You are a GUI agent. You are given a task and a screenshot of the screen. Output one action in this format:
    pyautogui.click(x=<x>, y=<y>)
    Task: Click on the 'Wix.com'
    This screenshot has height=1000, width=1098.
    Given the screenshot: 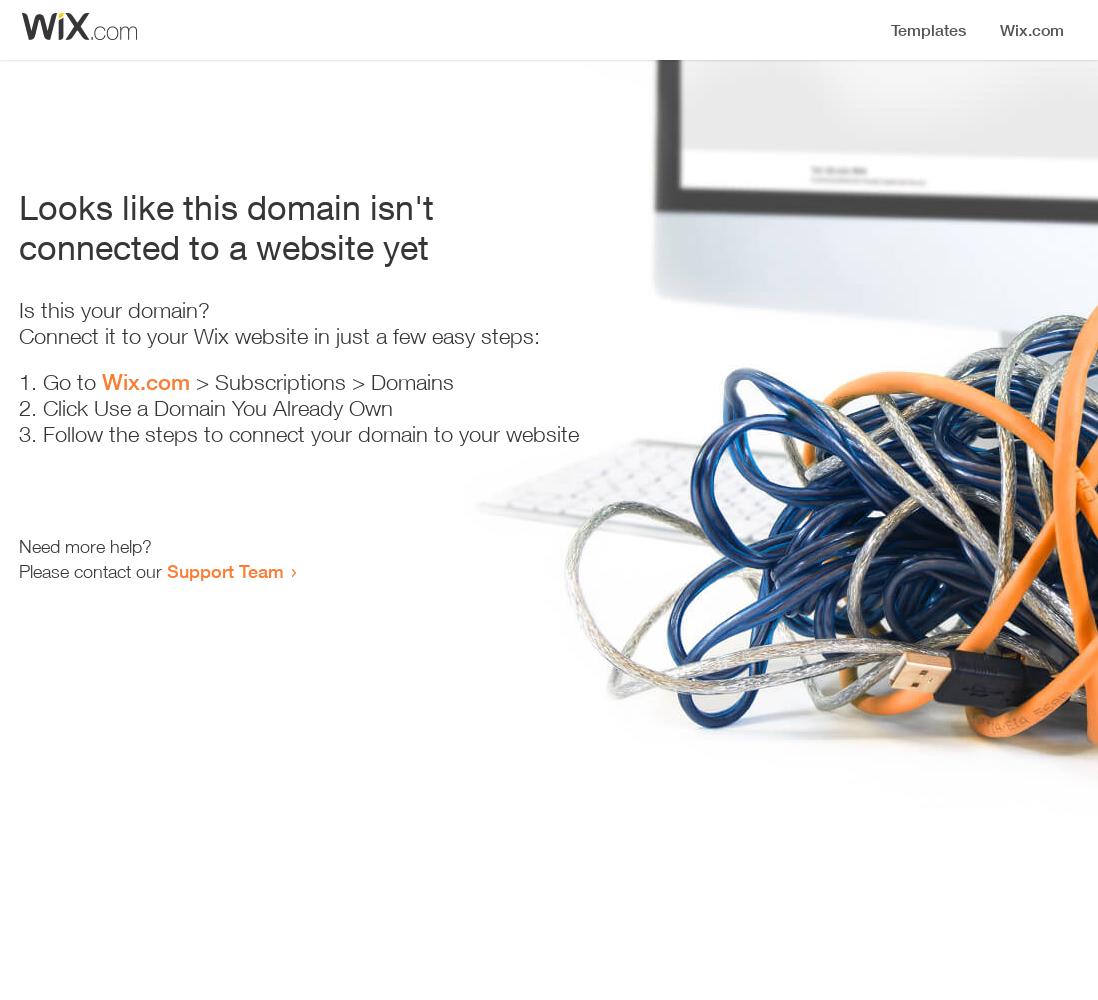 What is the action you would take?
    pyautogui.click(x=146, y=382)
    